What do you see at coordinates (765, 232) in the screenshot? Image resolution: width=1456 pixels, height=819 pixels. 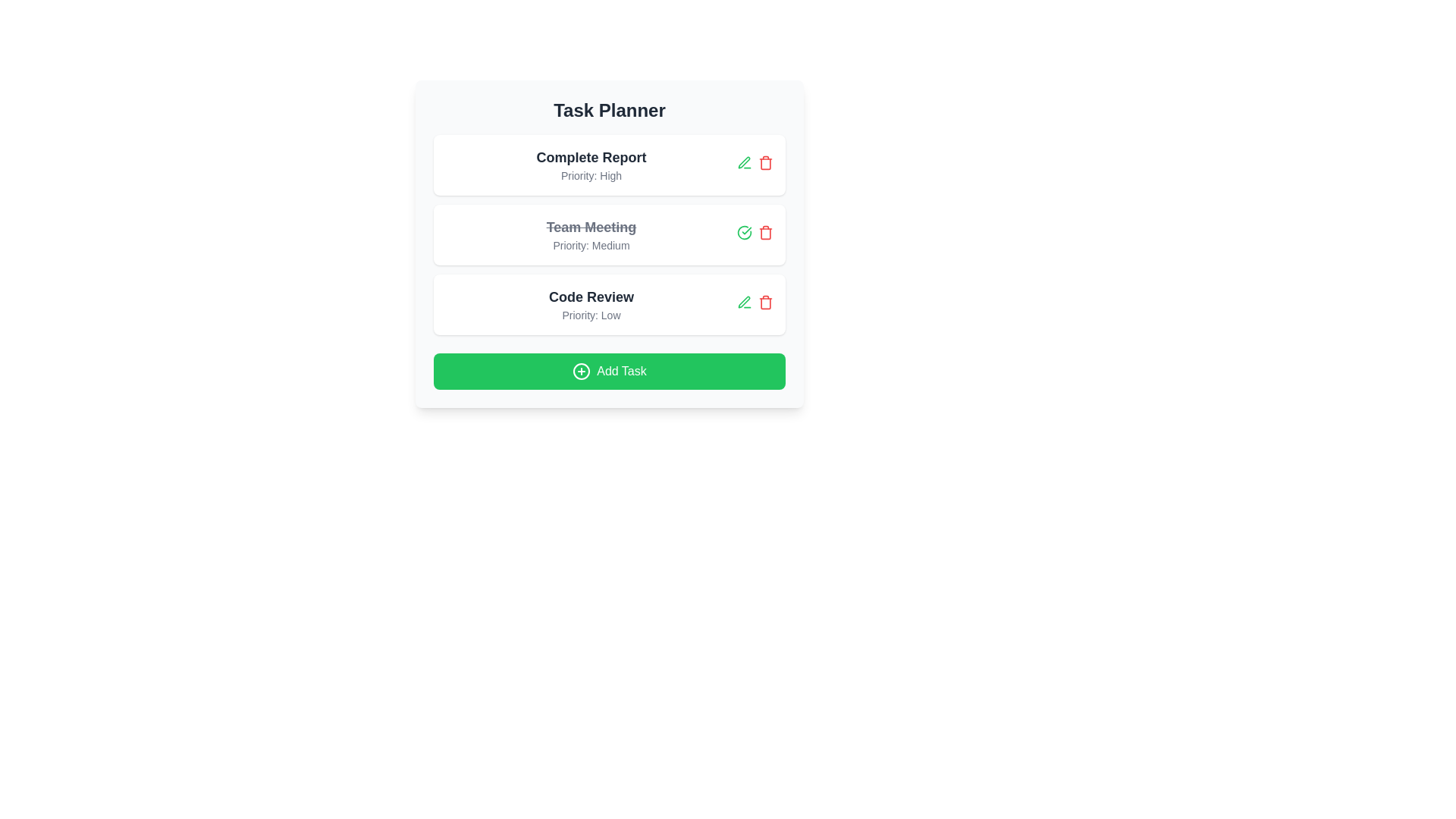 I see `the delete button for the task with title Team Meeting` at bounding box center [765, 232].